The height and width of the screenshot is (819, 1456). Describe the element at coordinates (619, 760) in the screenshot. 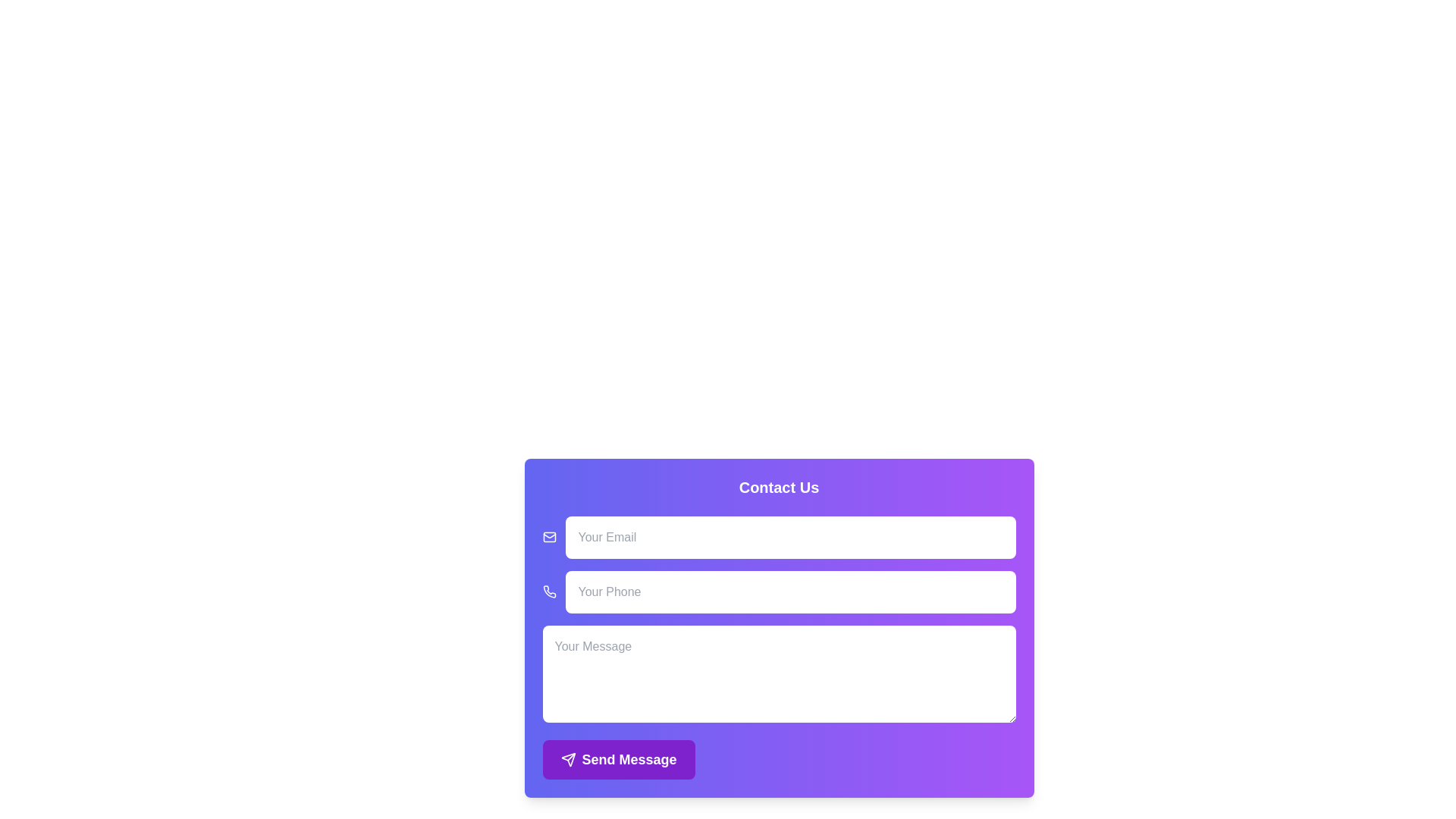

I see `the 'Send Message' button with a purple background and white text, located at the bottom-left corner of the 'Contact Us' section to trigger an animation or tooltip` at that location.